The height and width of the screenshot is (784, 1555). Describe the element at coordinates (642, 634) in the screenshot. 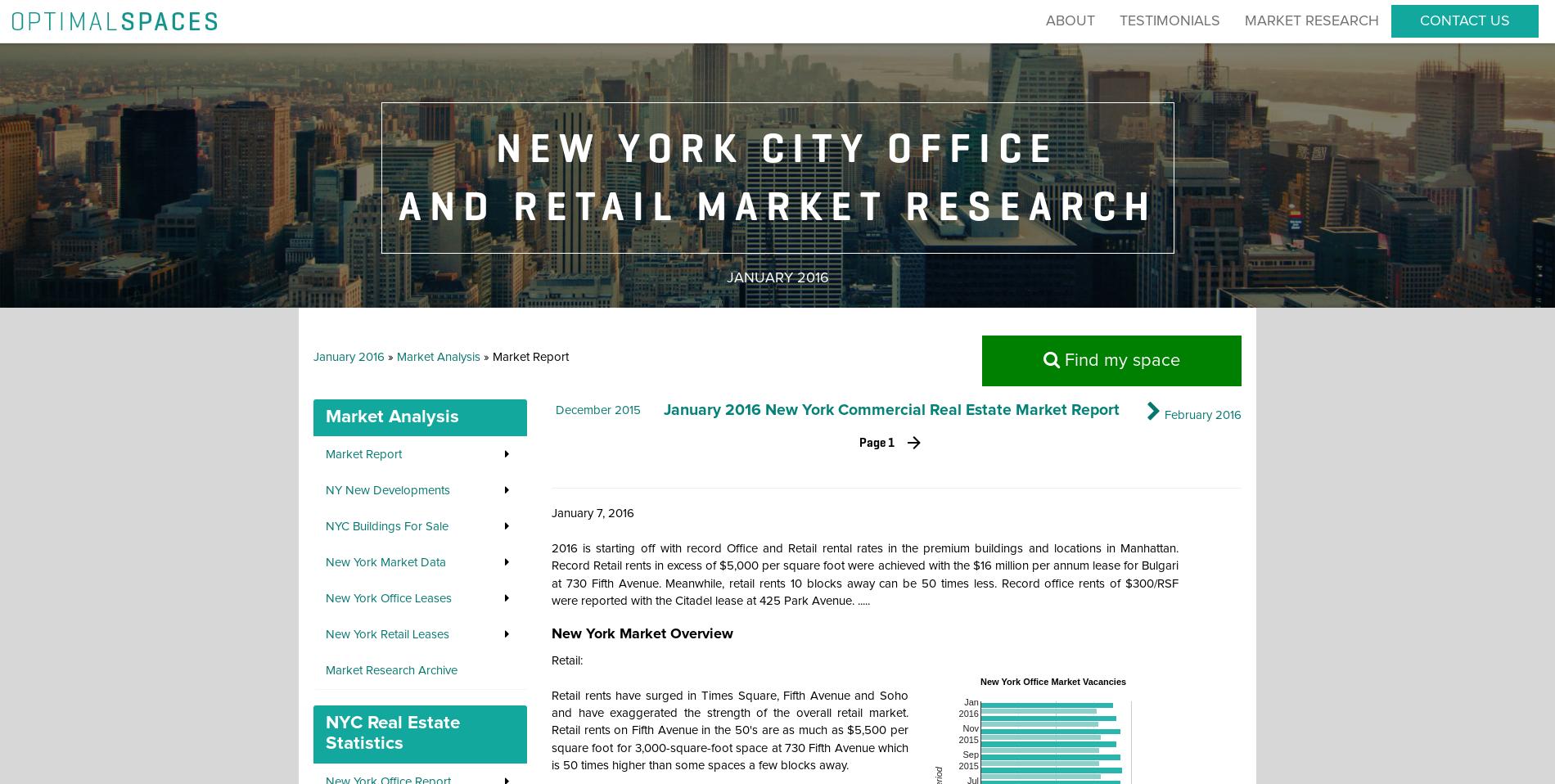

I see `'New York Market Overview'` at that location.